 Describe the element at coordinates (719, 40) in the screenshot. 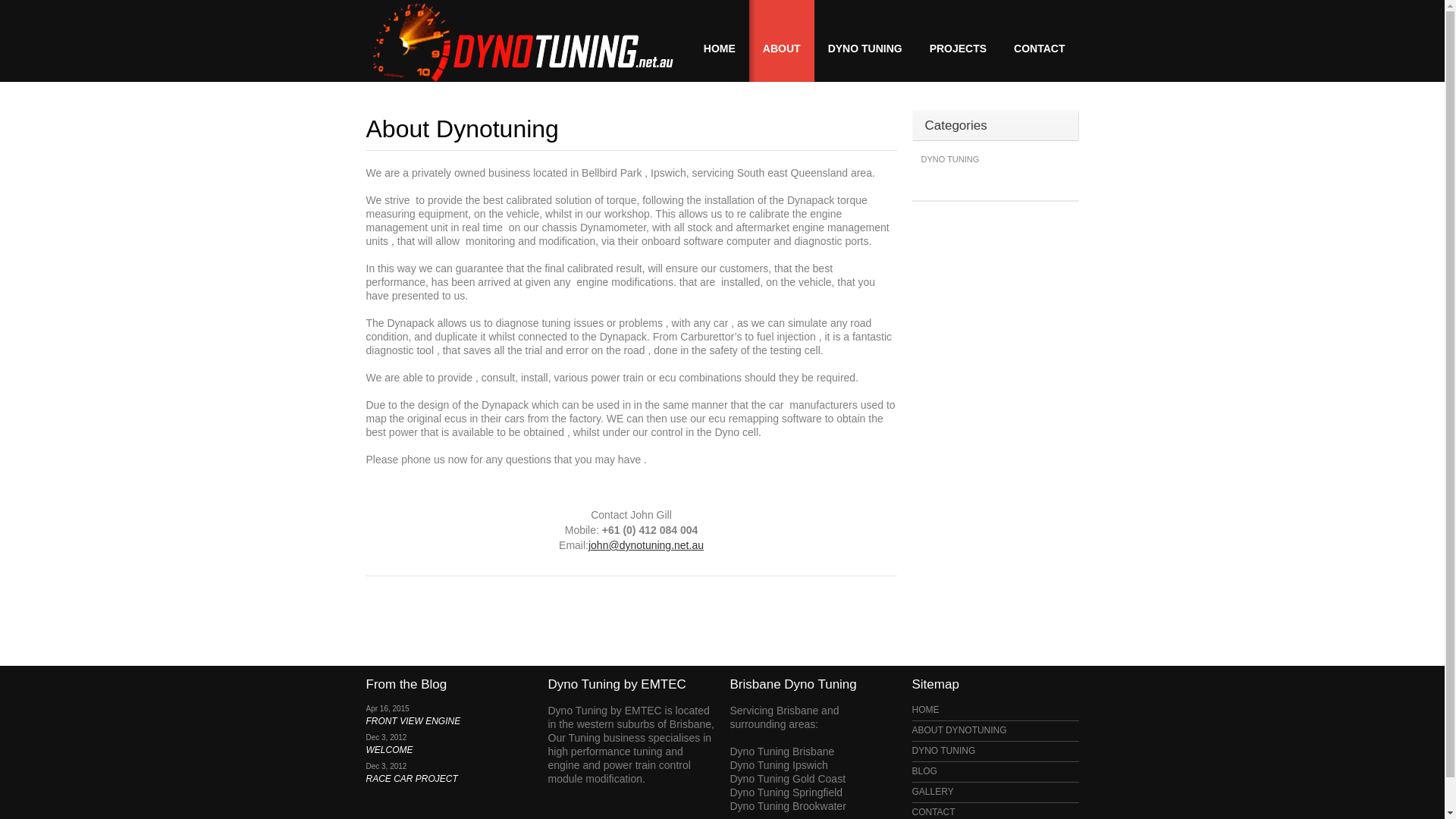

I see `'HOME'` at that location.